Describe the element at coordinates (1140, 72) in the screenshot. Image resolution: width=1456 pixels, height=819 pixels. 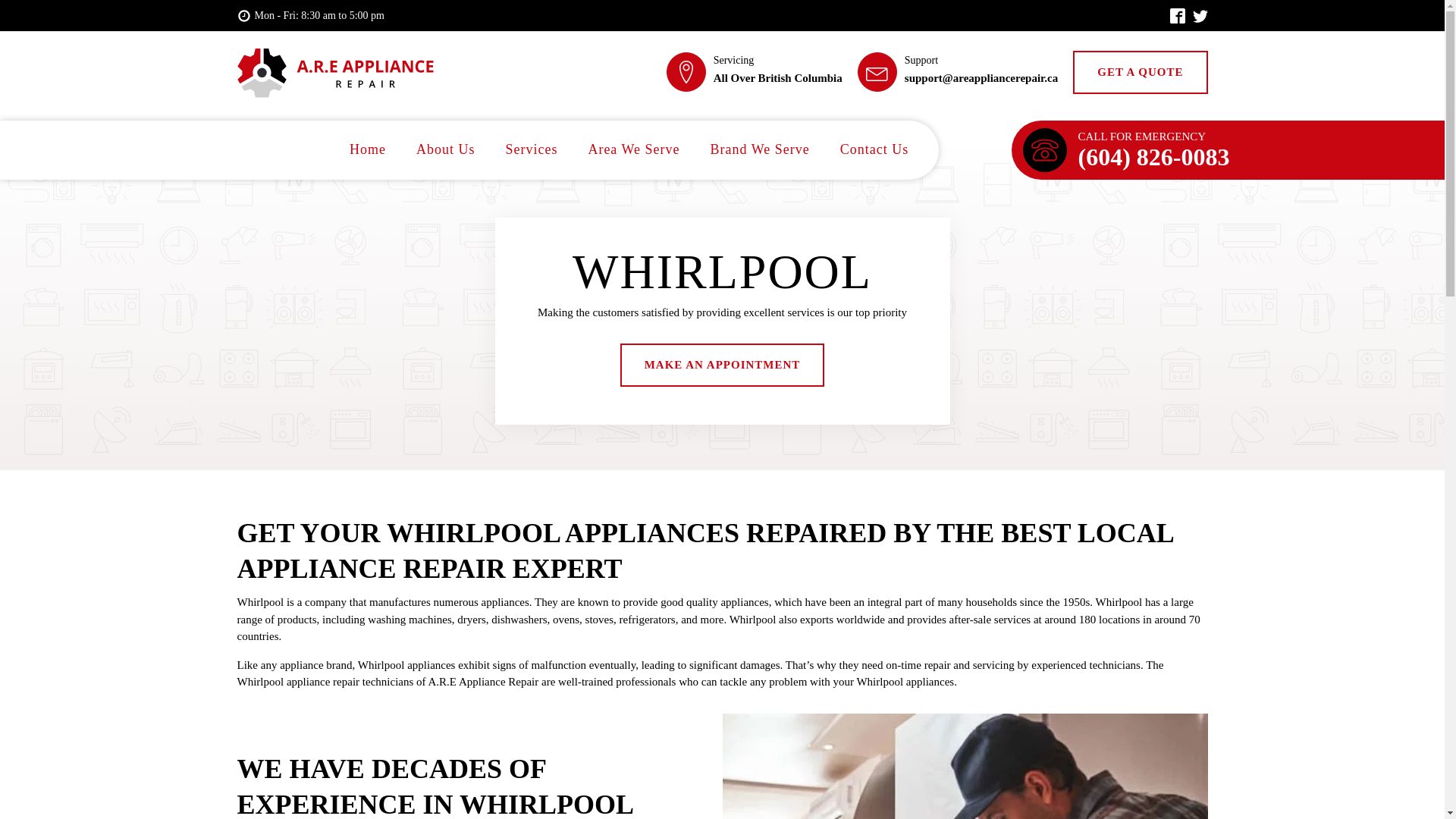
I see `'GET A QUOTE'` at that location.